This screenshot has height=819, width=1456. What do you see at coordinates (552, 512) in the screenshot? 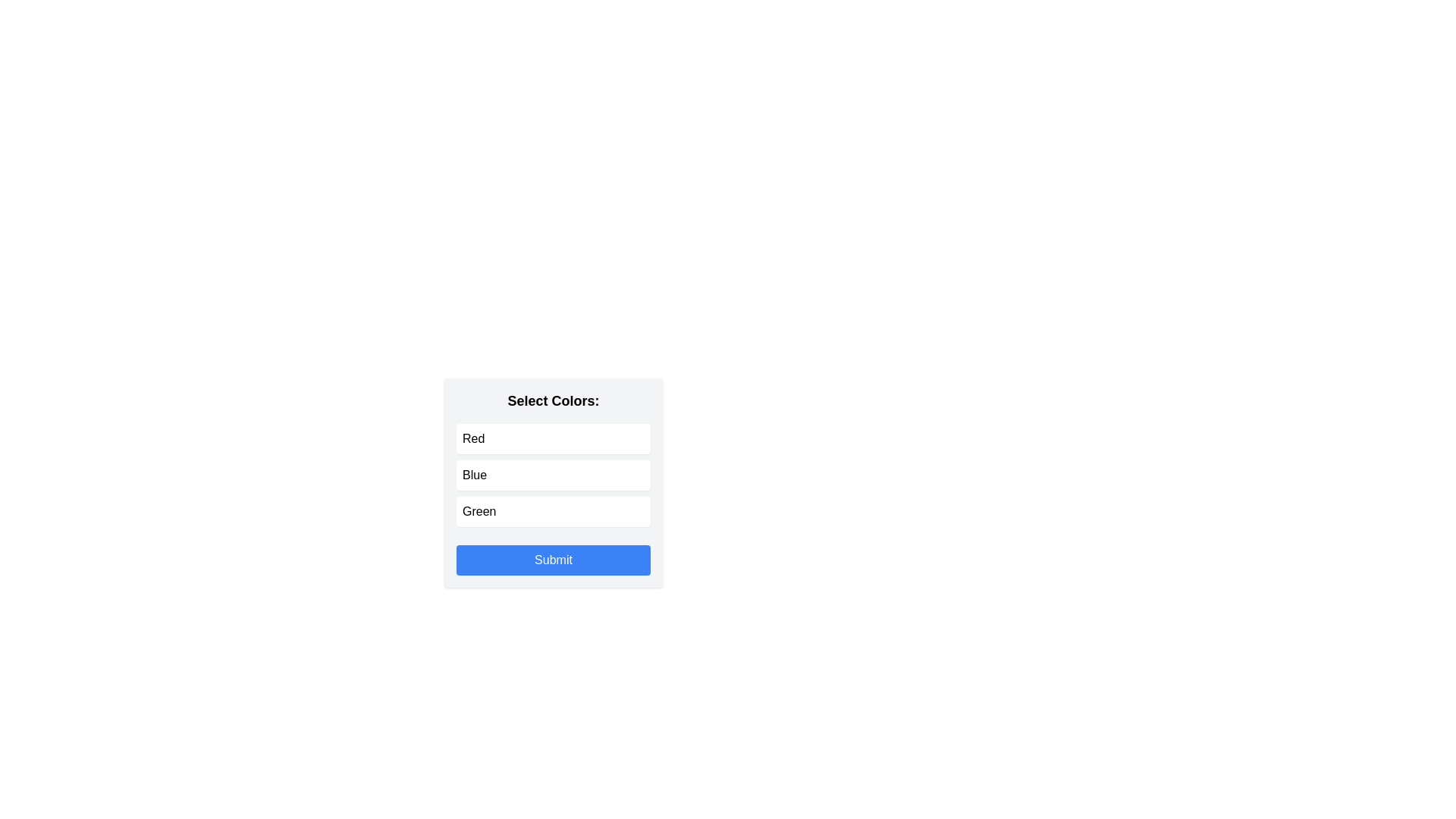
I see `the selectable list item labeled 'Green', which is the third option in a vertically stacked group of selectable options` at bounding box center [552, 512].